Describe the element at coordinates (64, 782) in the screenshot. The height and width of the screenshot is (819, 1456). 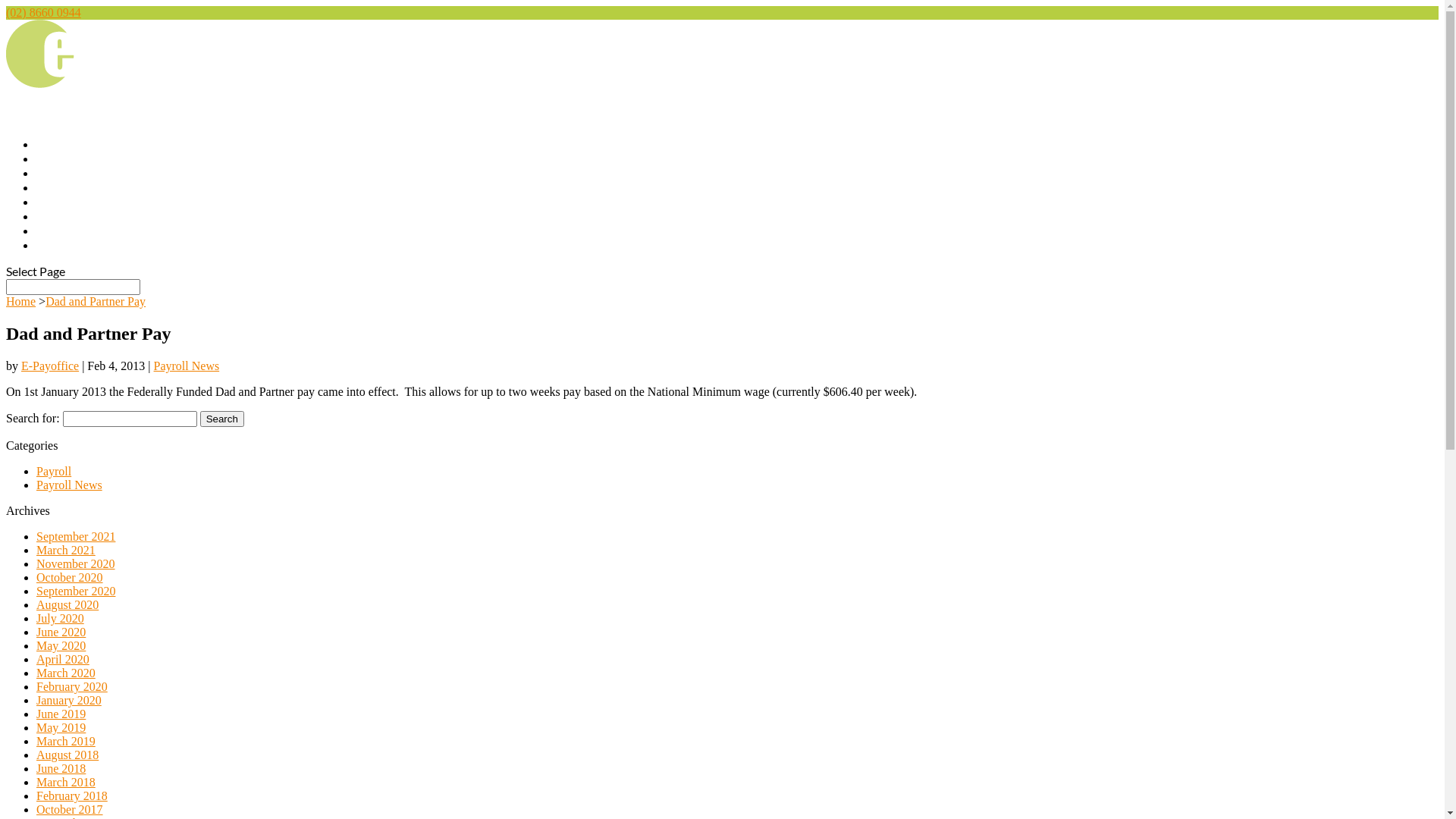
I see `'March 2018'` at that location.